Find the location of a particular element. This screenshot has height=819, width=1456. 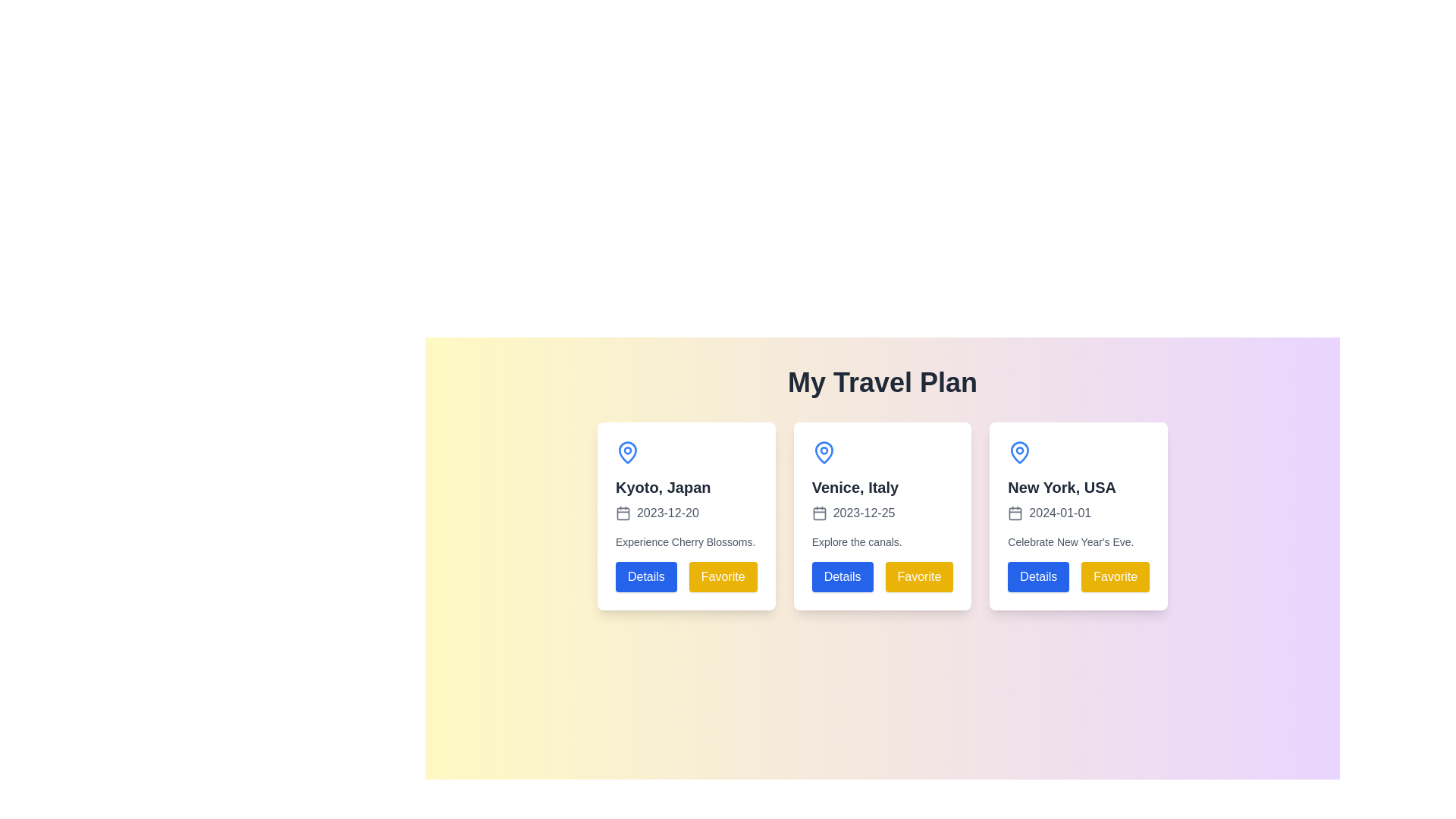

the text component displaying 'Experience Cherry Blossoms.' which is styled in small gray font and located in the card for 'Kyoto, Japan', positioned below the date '2023-12-20' and above the 'Details' and 'Favorite' buttons is located at coordinates (685, 541).